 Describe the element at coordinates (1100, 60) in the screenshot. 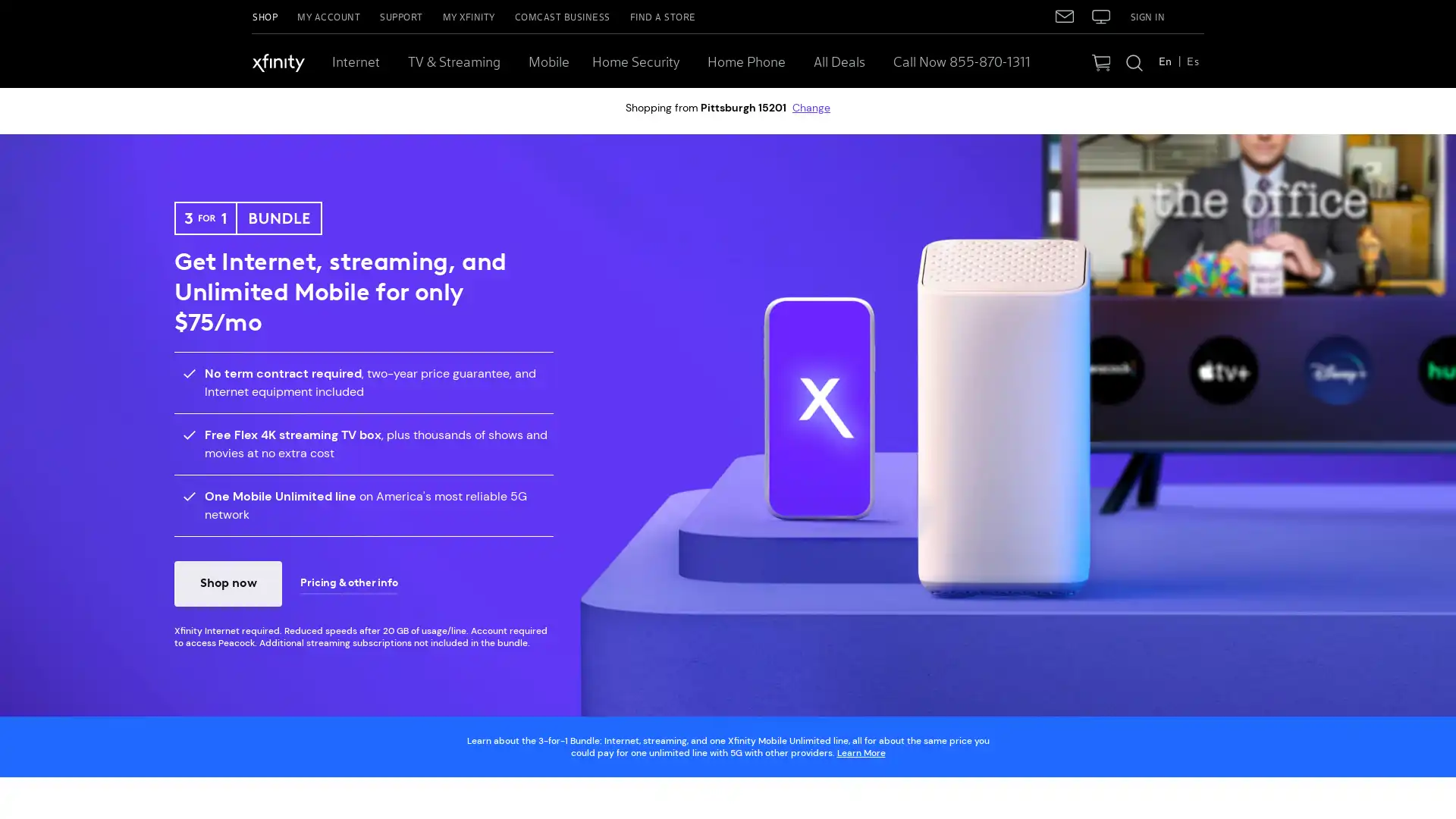

I see `Your Cart` at that location.